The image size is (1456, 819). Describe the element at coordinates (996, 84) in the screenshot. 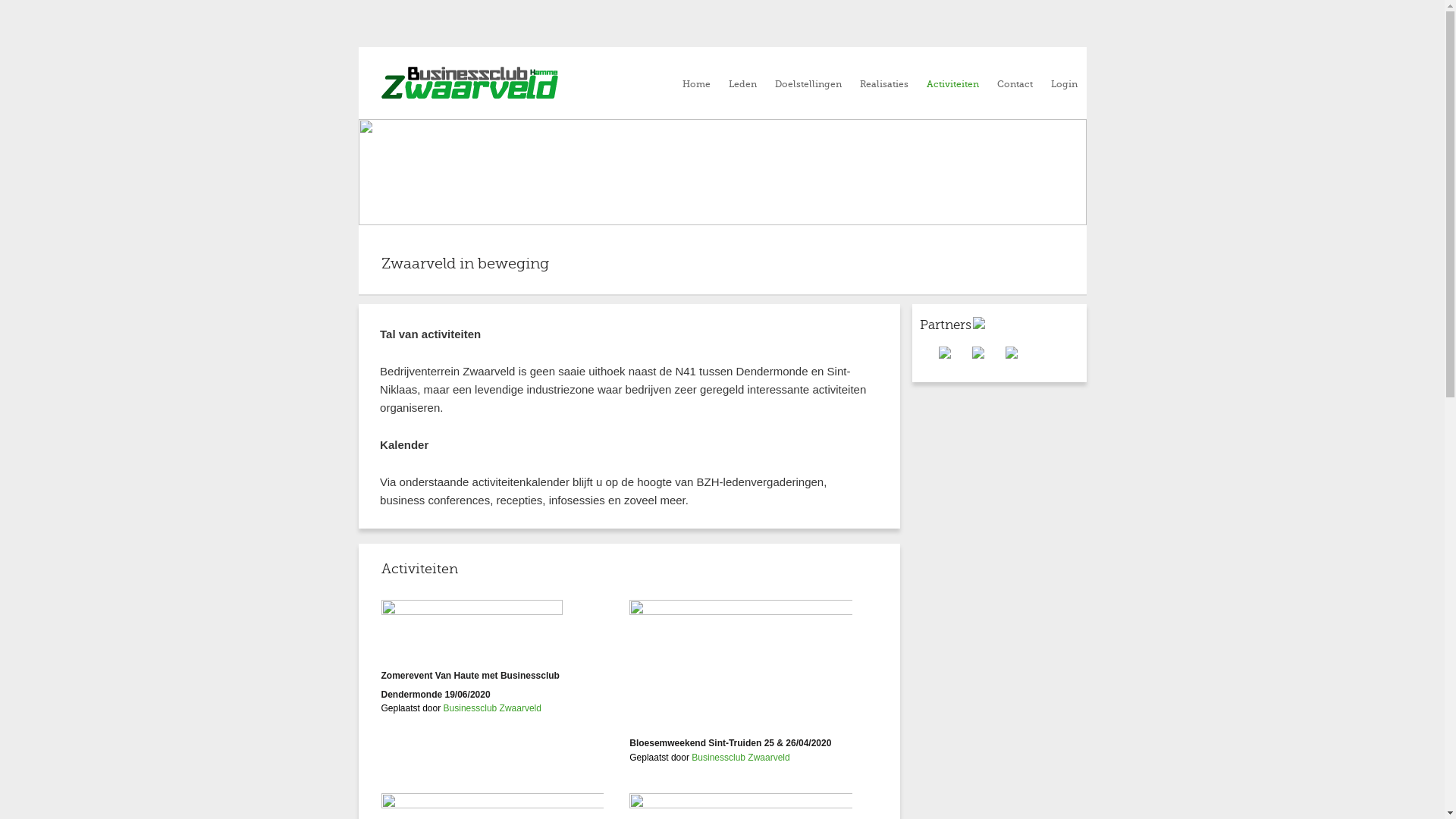

I see `'Contact'` at that location.